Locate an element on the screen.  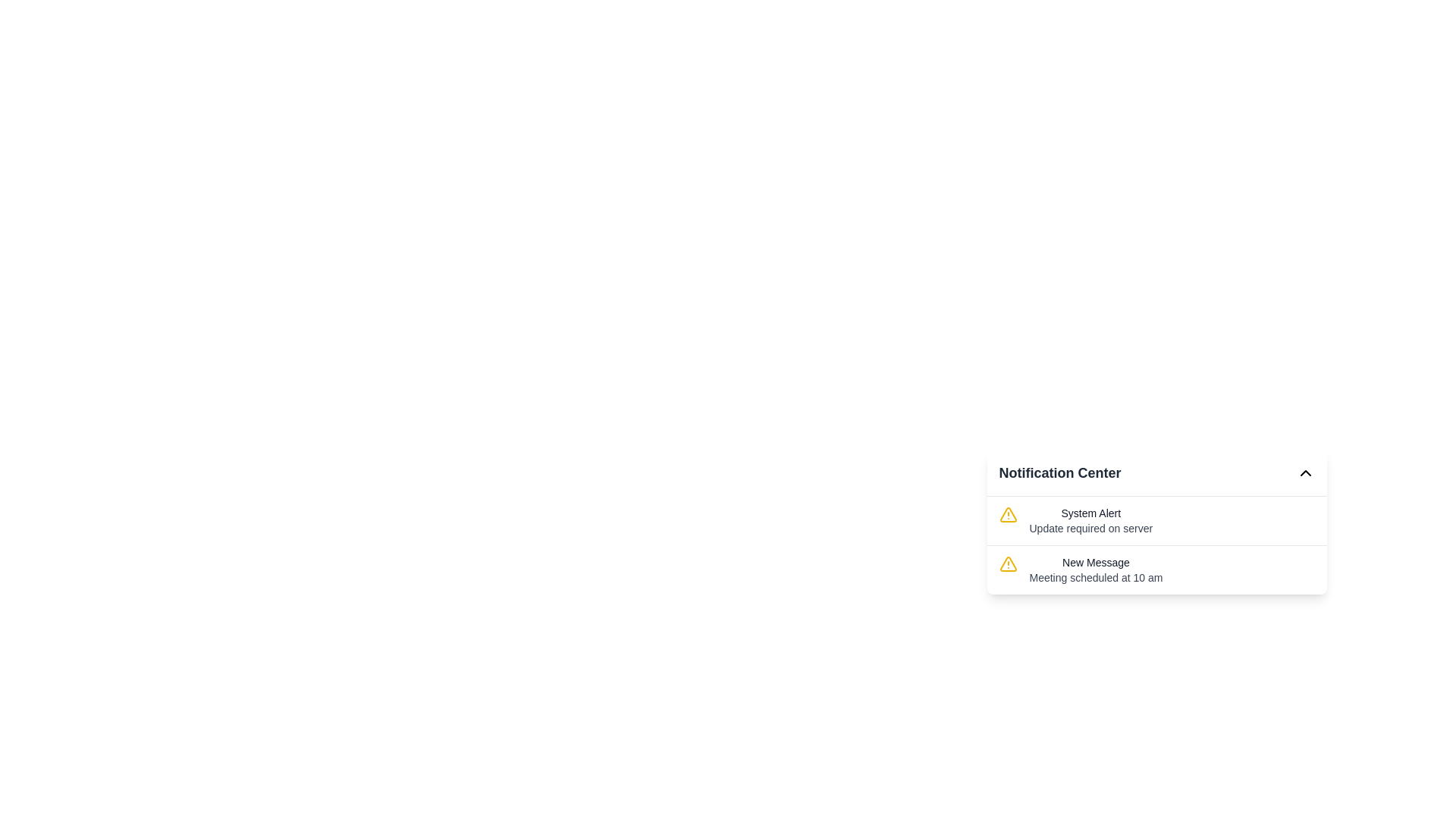
the second notification item in the notification center panel that displays information about the scheduled meeting is located at coordinates (1096, 570).